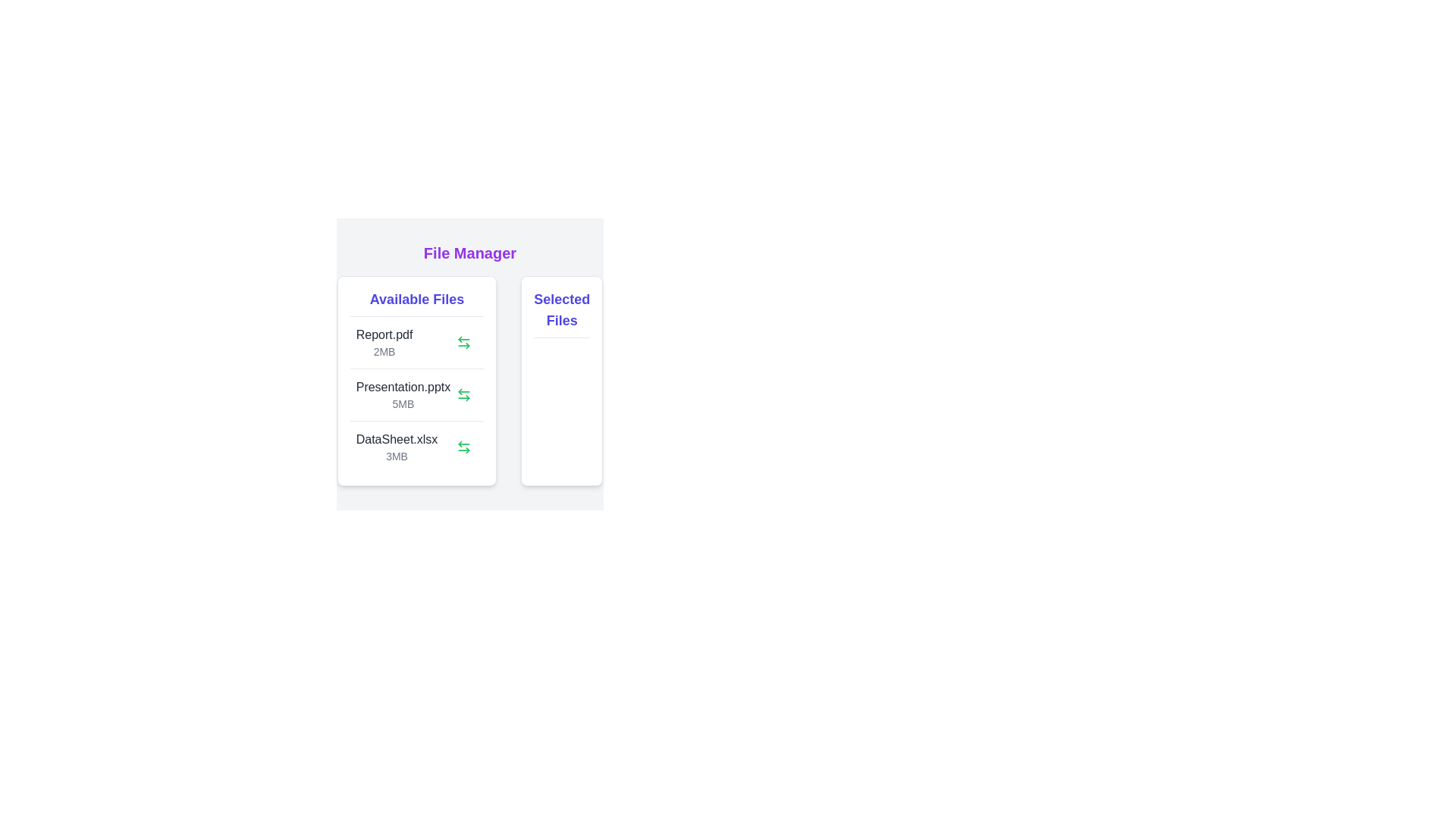  I want to click on the file list entry for 'Report.pdf' located, so click(384, 342).